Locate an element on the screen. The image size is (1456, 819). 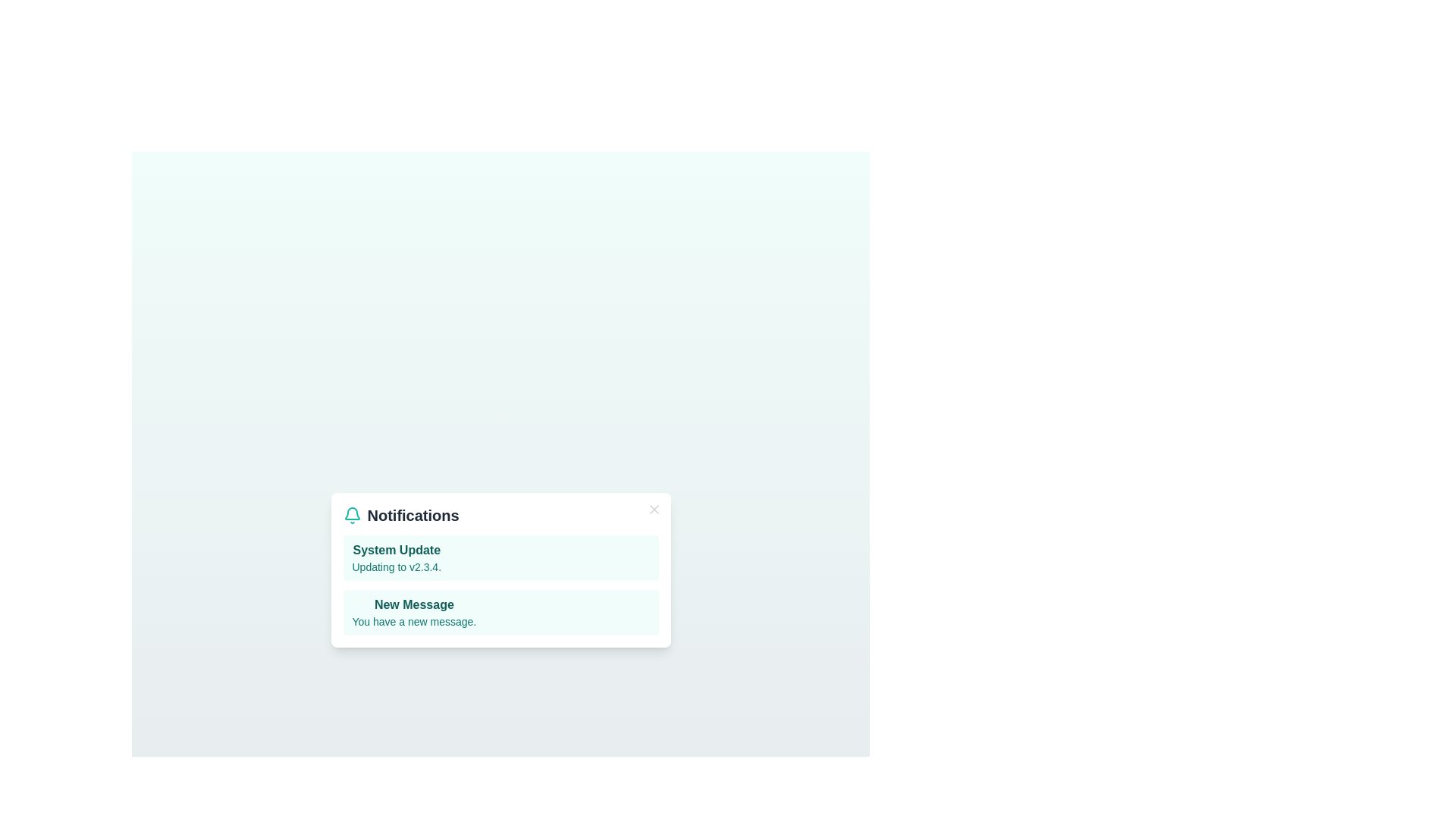
the notification hub icon to interact with it is located at coordinates (351, 514).